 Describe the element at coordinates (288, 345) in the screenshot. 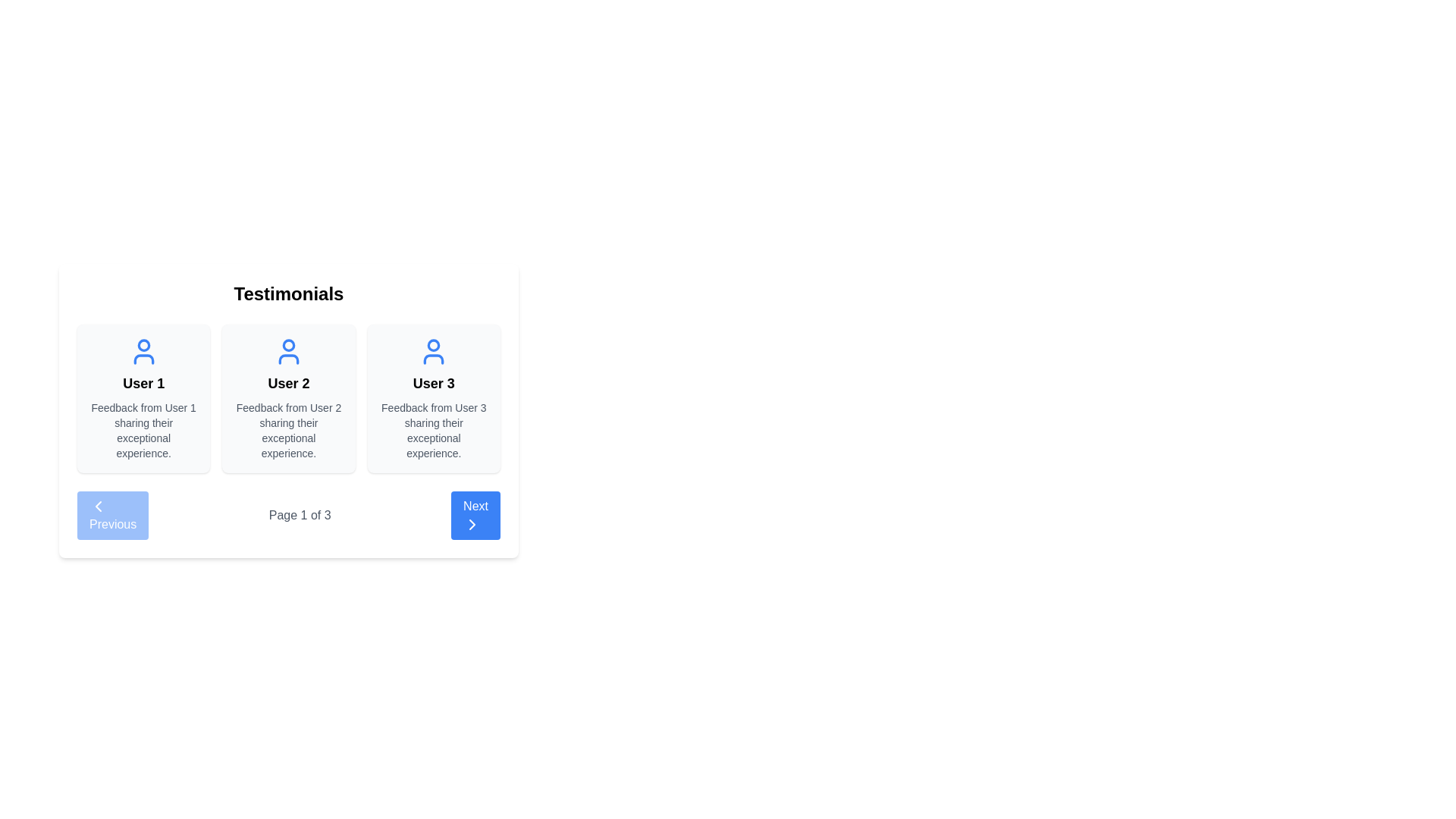

I see `the head circle of the user avatar icon in the second testimonial user card under the heading 'Testimonials'` at that location.